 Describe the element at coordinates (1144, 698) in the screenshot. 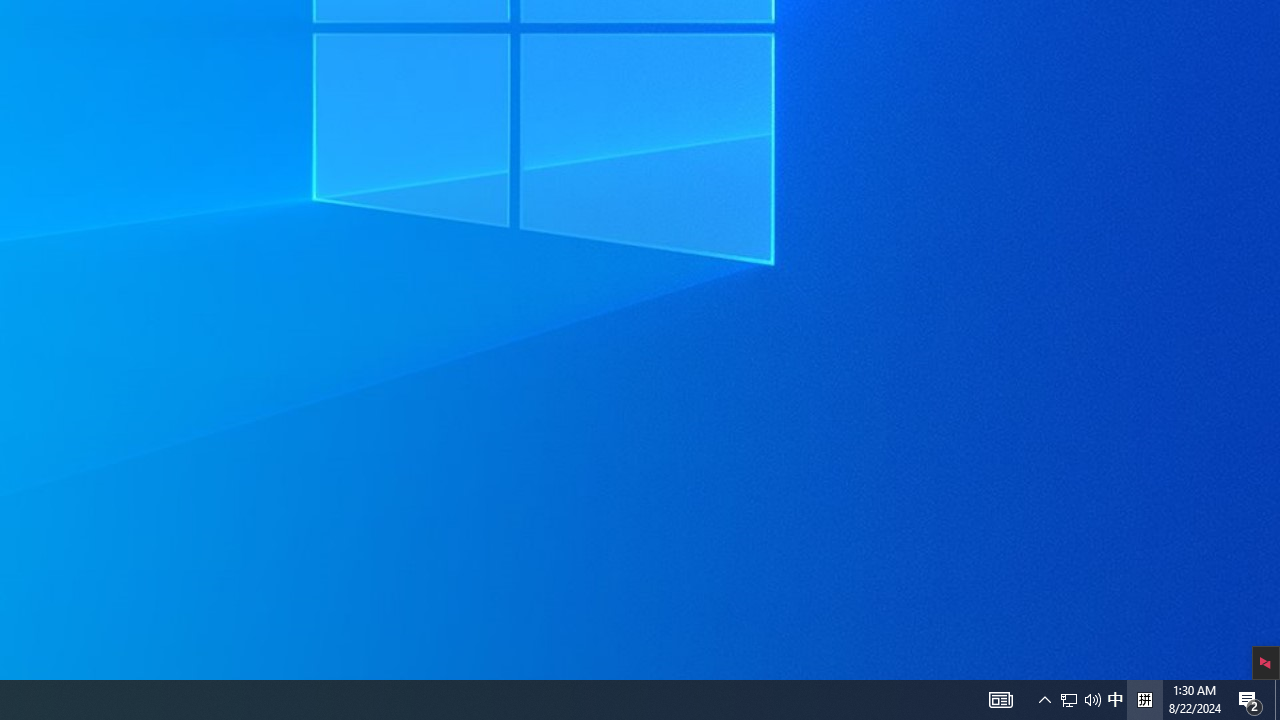

I see `'Q2790: 100%'` at that location.